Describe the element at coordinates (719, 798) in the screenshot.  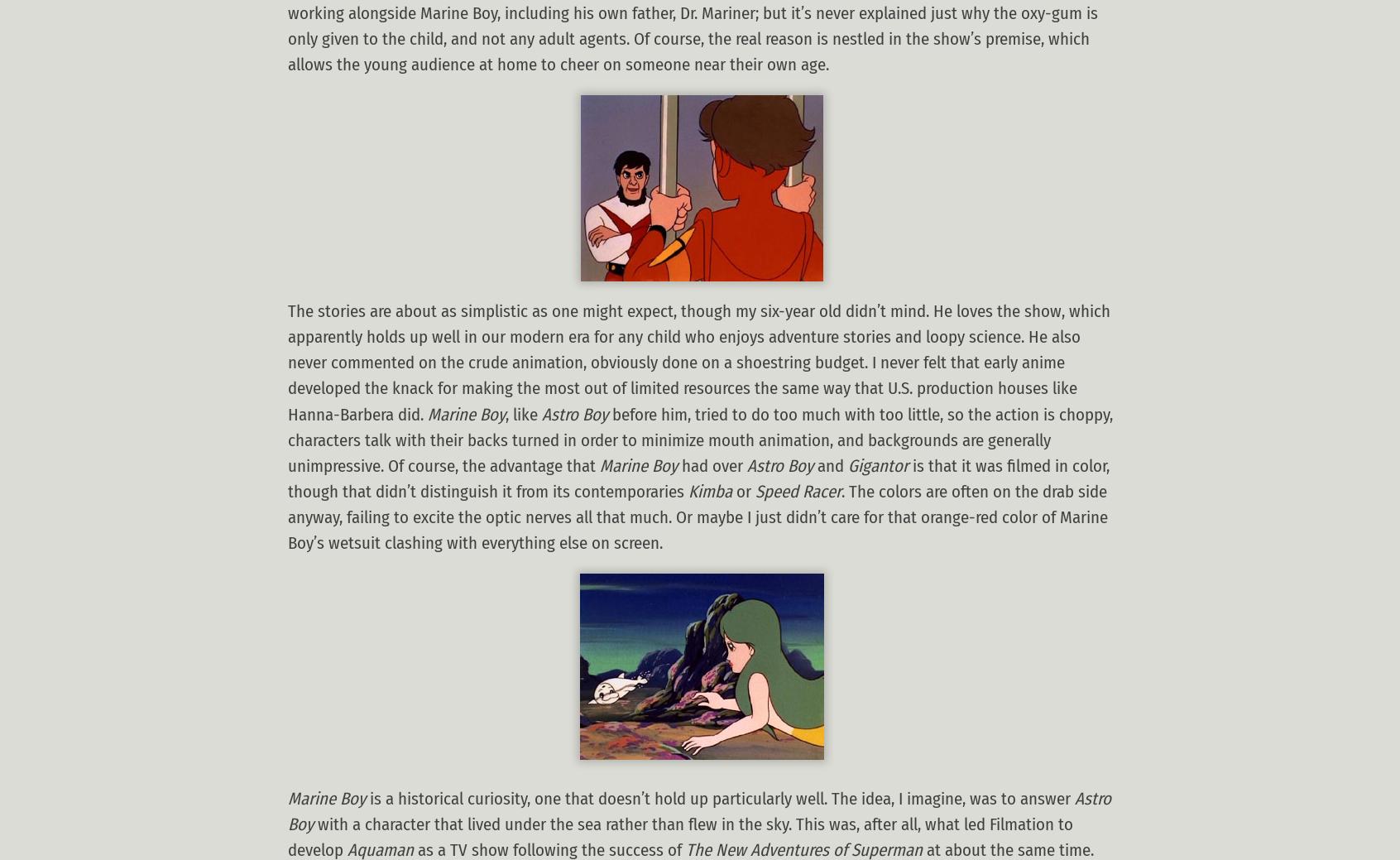
I see `'is a historical curiosity, one that doesn’t hold up particularly well. The idea, I imagine, was to answer'` at that location.